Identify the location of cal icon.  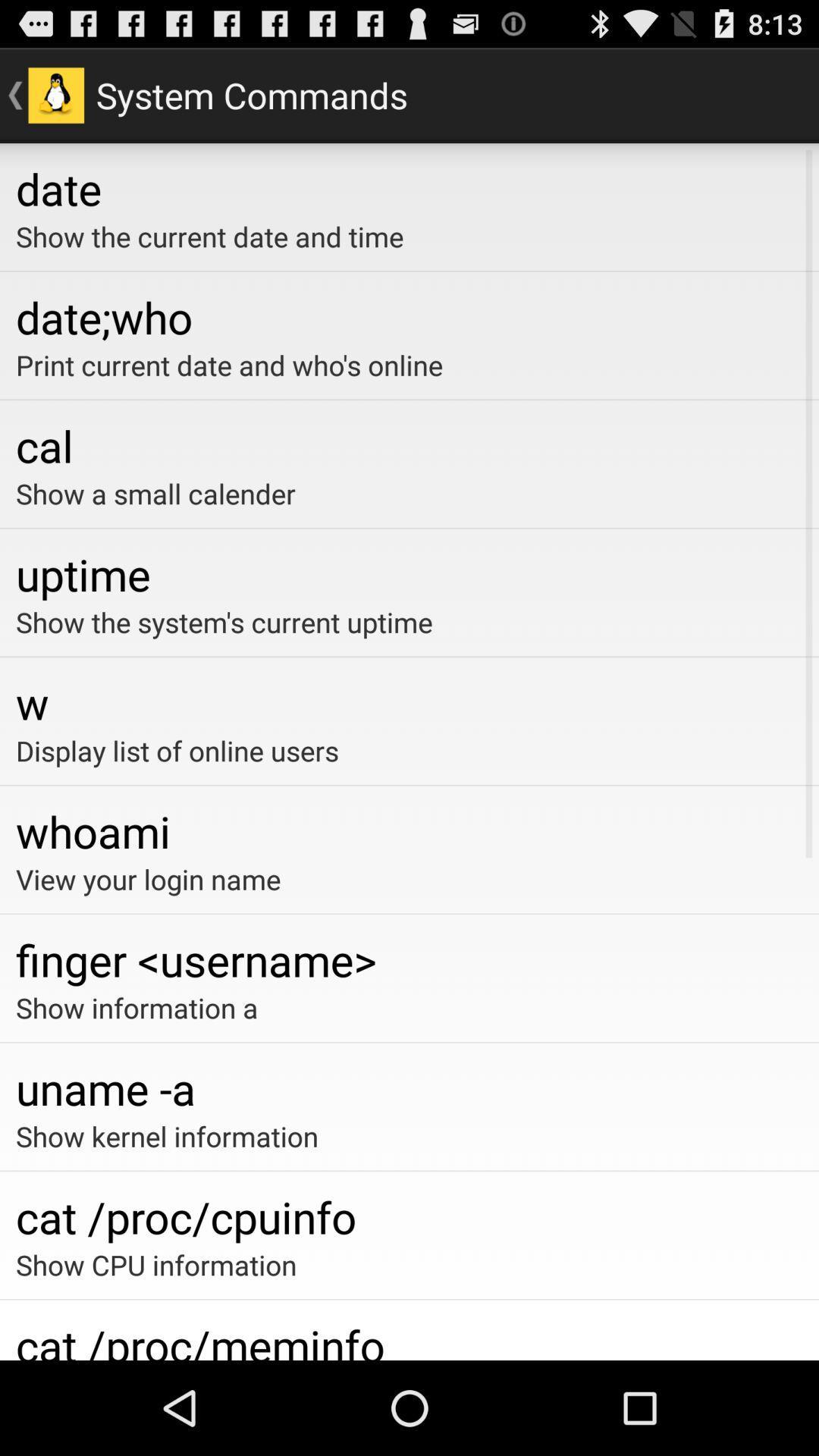
(409, 444).